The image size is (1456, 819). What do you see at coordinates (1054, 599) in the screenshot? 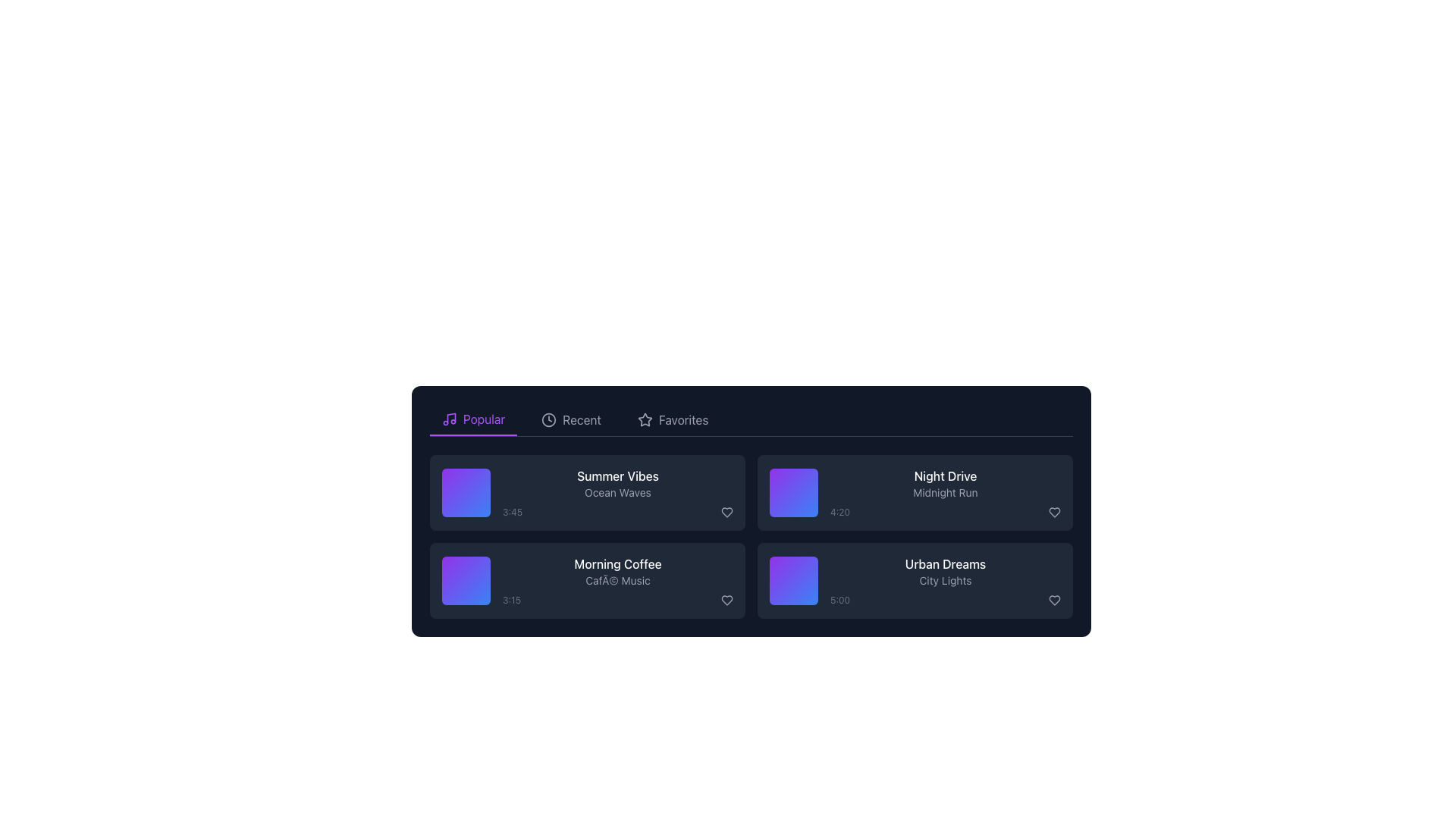
I see `the heart-shaped icon representing 'like' or 'favorite' adjacent to the text 'Urban Dreams' to mark it as 'favorite'` at bounding box center [1054, 599].